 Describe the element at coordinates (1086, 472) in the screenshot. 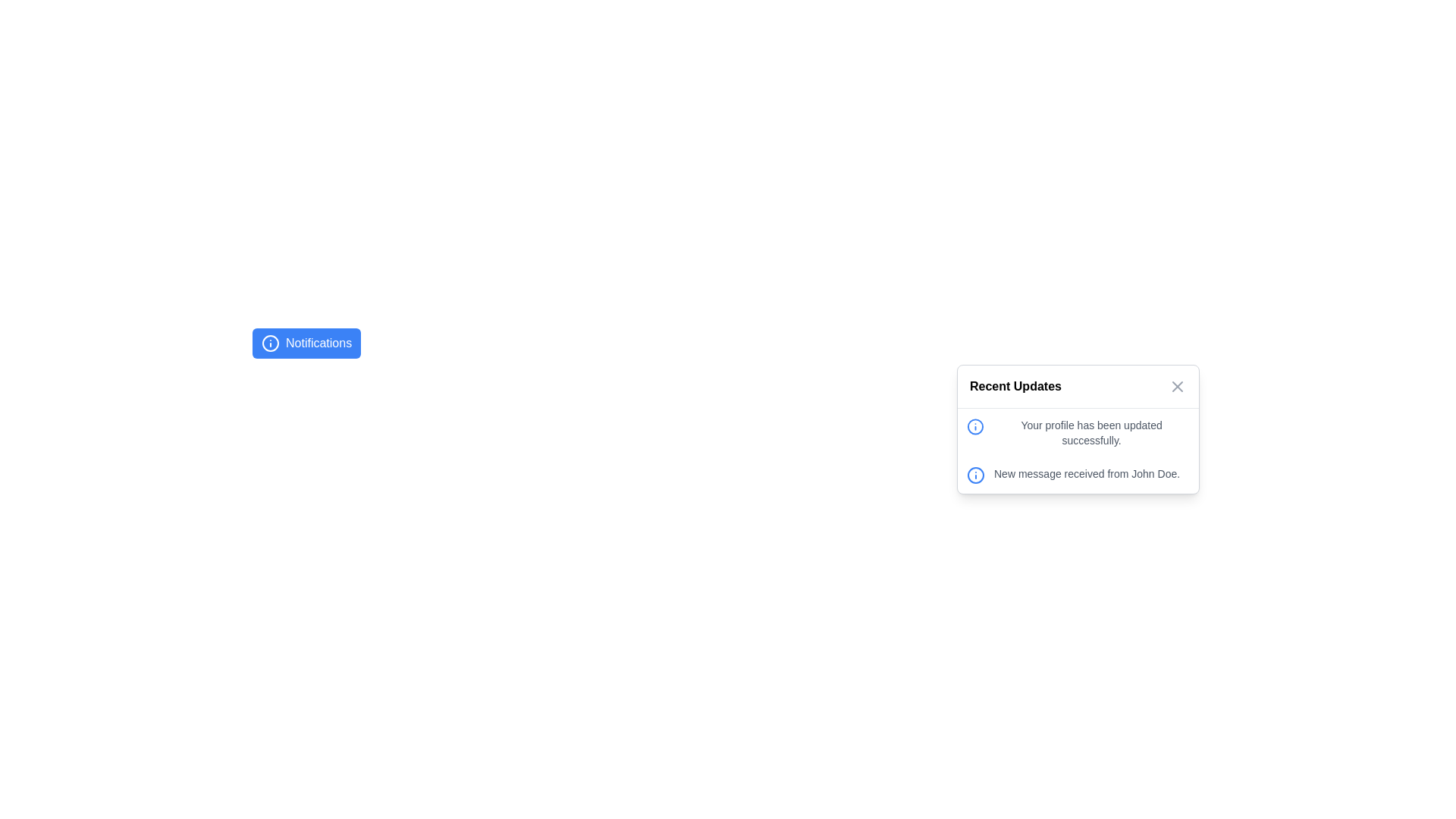

I see `the text label notifying about a new message from John Doe in the 'Recent Updates' notification card` at that location.